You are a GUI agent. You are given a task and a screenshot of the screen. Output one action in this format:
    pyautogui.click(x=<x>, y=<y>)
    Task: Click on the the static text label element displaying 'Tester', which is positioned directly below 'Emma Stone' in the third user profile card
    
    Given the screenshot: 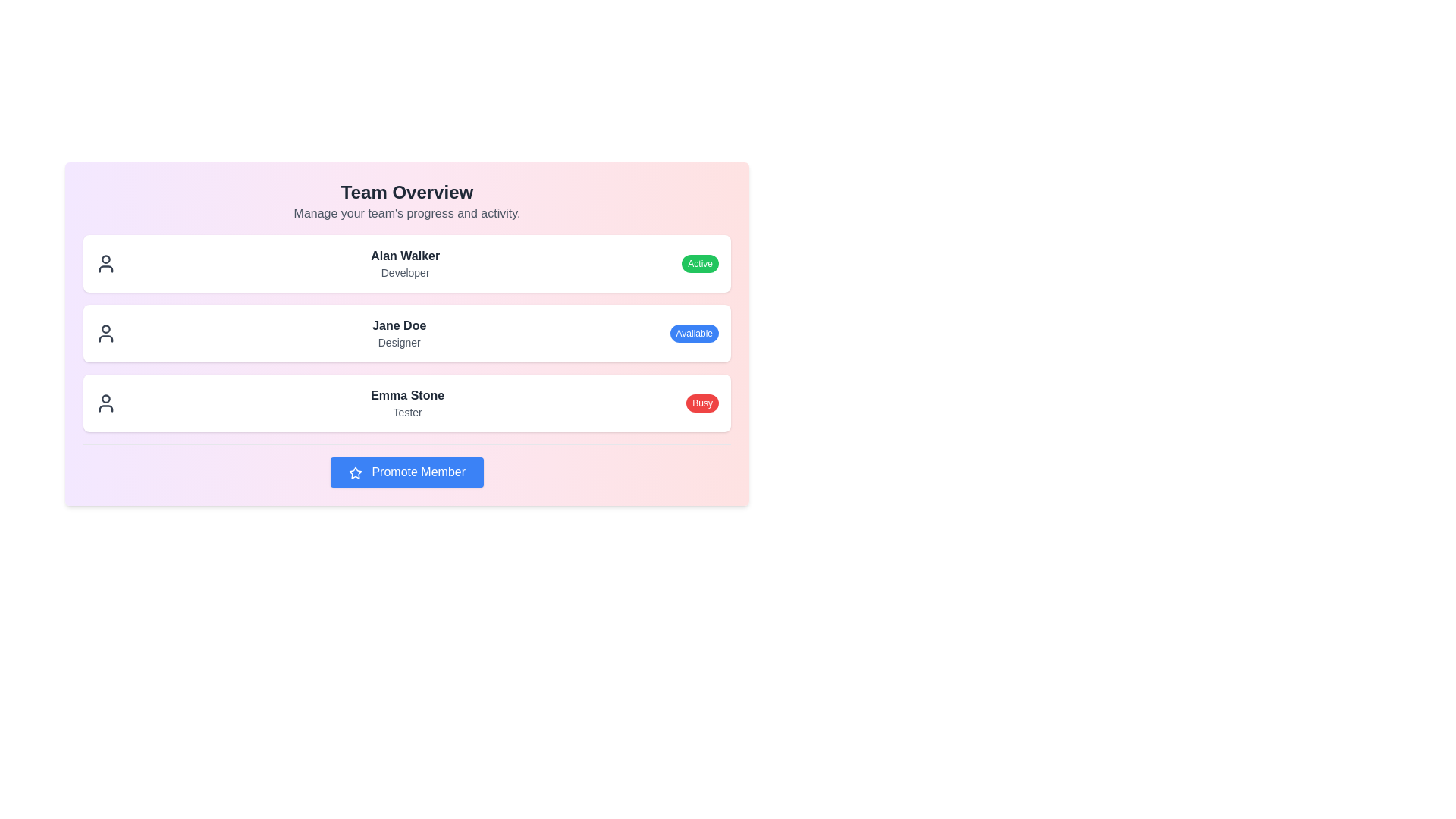 What is the action you would take?
    pyautogui.click(x=407, y=412)
    